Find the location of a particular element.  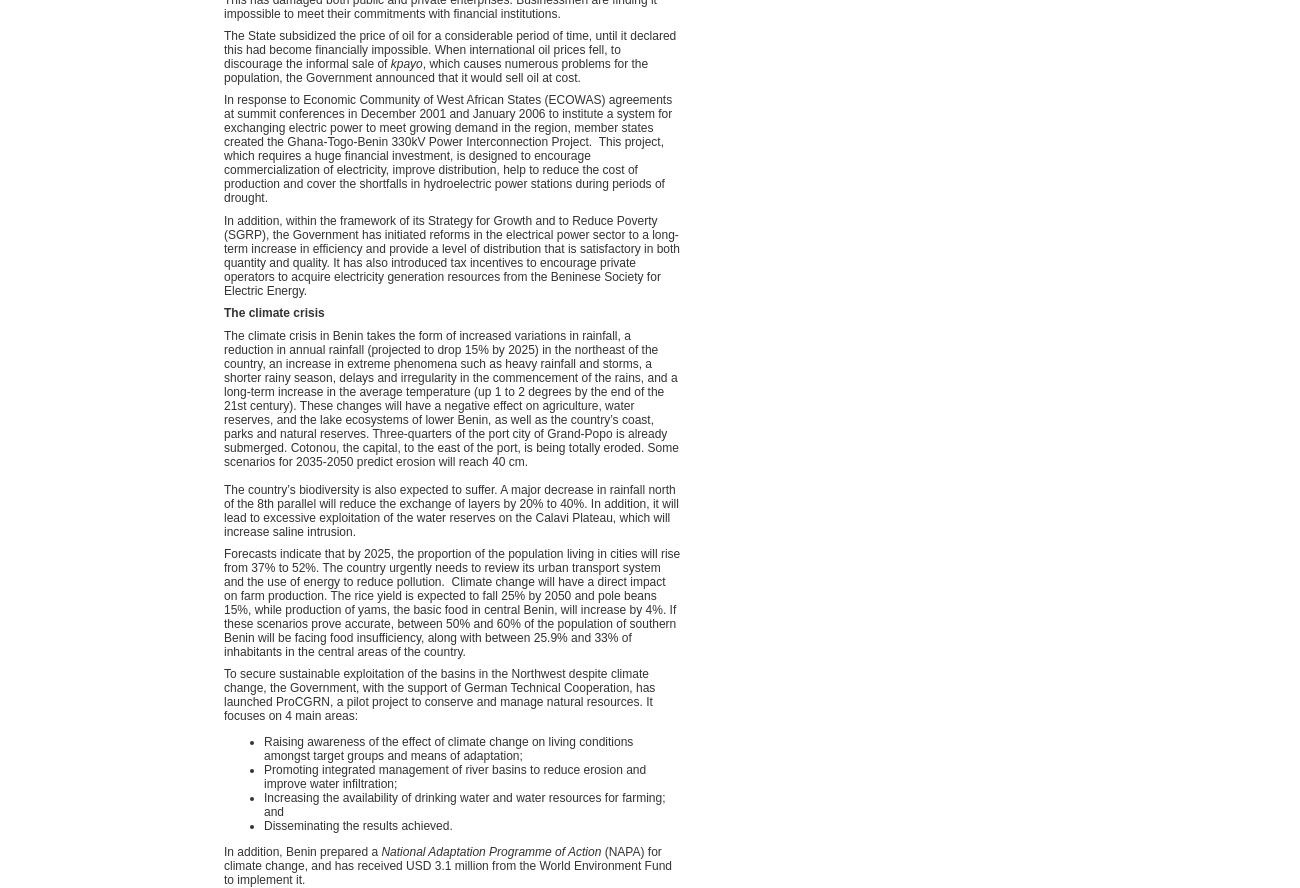

'In response  to Economic Community of West African States (ECOWAS) agreements at summit  conferences in December 2001 and January 2006 to institute a system for  exchanging electric power to meet growing demand in the region, member states created  the Ghana-Togo-Benin 330kV Power Interconnection Project.  This project, which requires a huge financial  investment, is designed to encourage commercialization of electricity, improve  distribution, help to reduce the cost of production and cover the shortfalls in  hydroelectric power stations during periods of drought.' is located at coordinates (221, 149).